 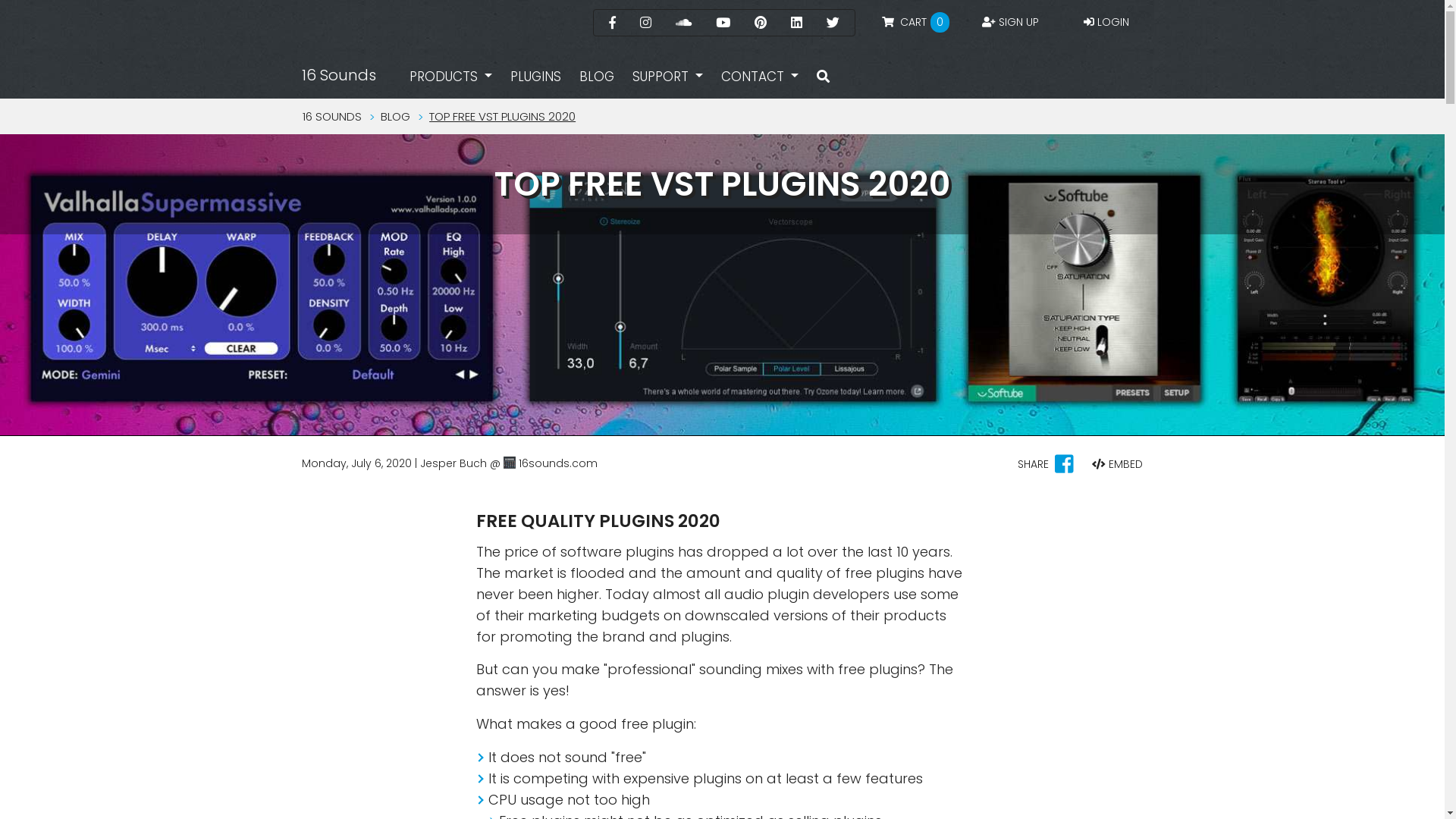 What do you see at coordinates (760, 23) in the screenshot?
I see `'Pinterest'` at bounding box center [760, 23].